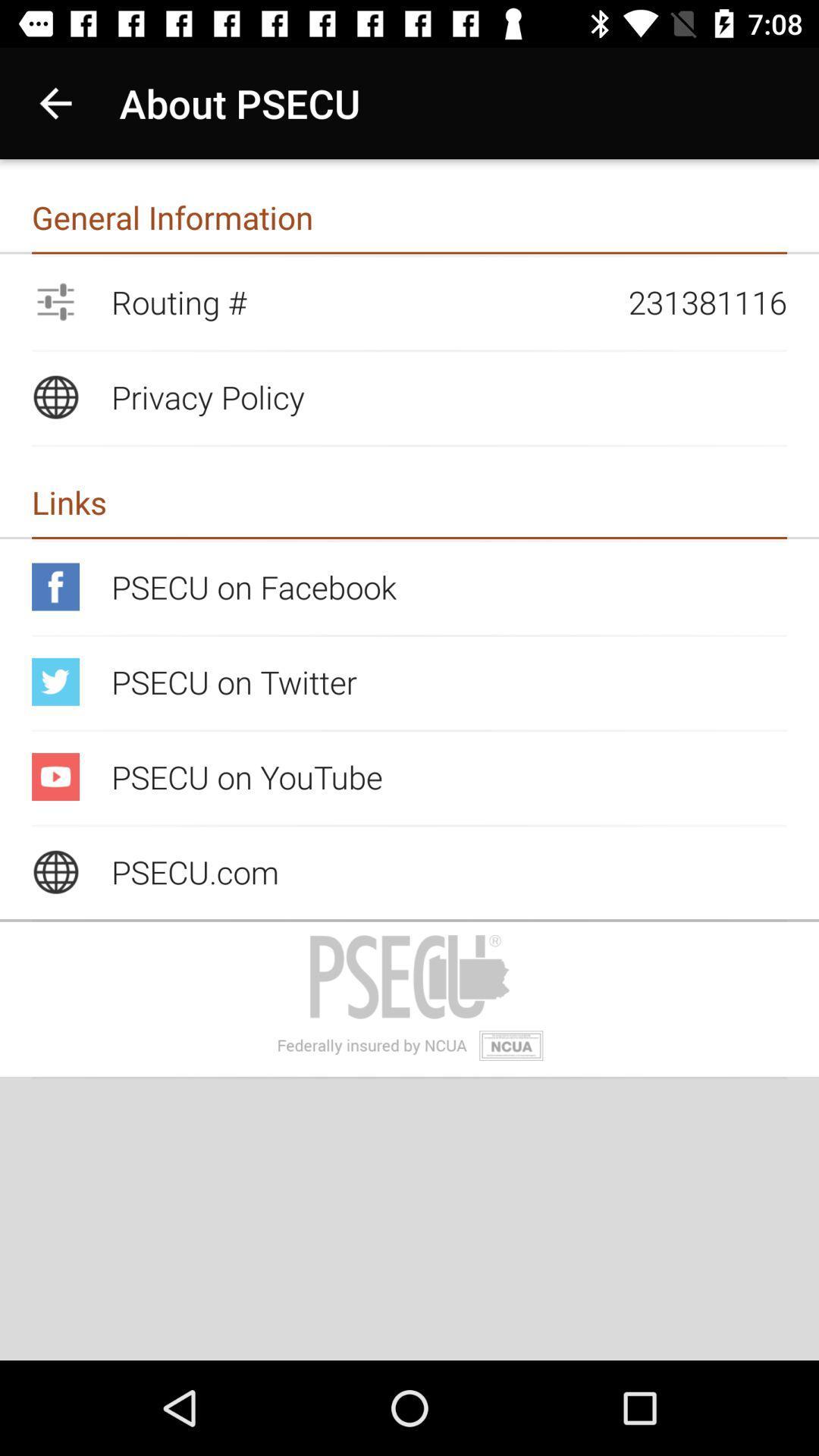 The width and height of the screenshot is (819, 1456). Describe the element at coordinates (55, 102) in the screenshot. I see `item next to about psecu item` at that location.